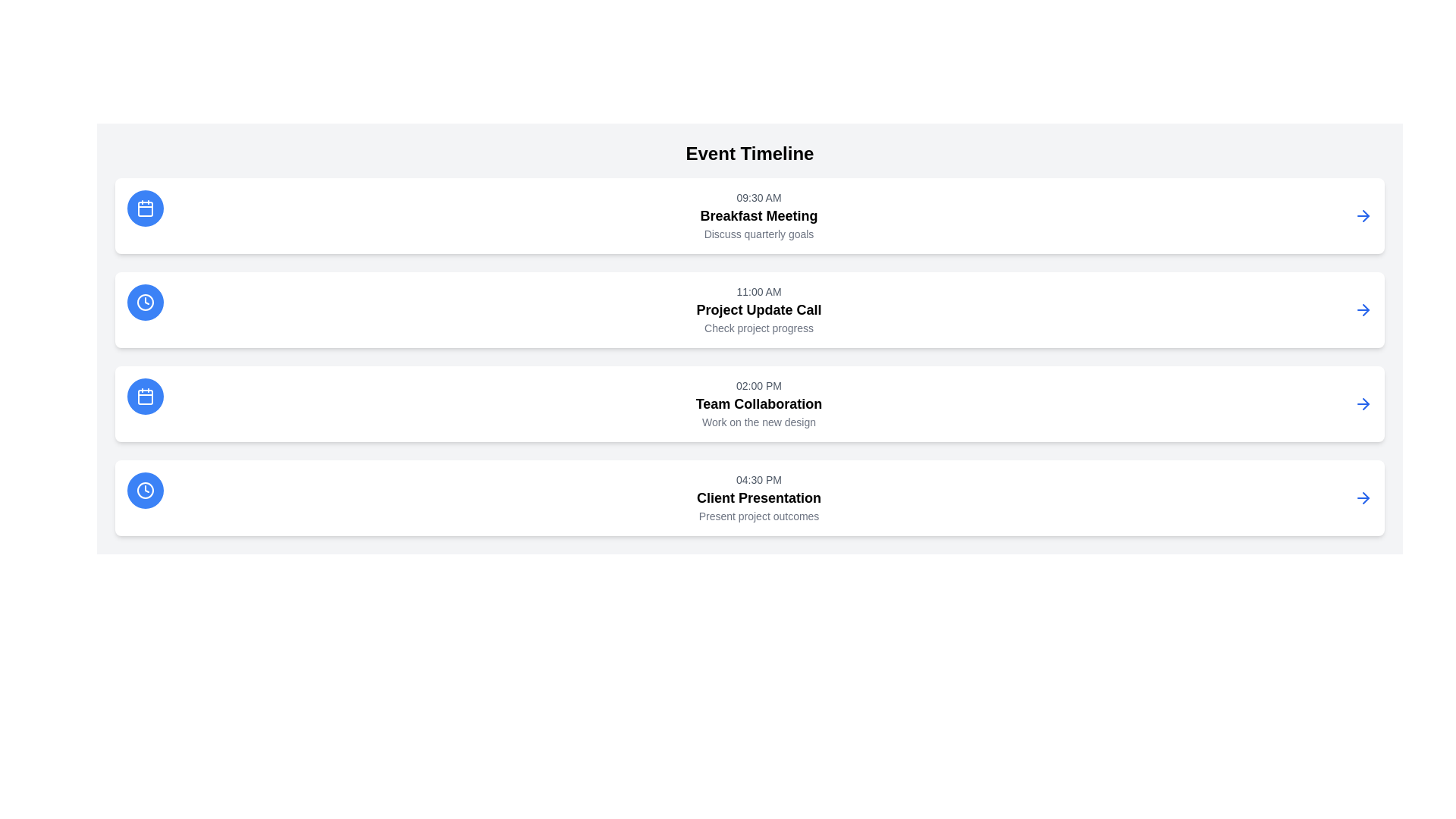 The image size is (1456, 819). What do you see at coordinates (146, 491) in the screenshot?
I see `the circular blue icon button with a white clock symbol located at the leftmost edge of the 'Client Presentation' event description card` at bounding box center [146, 491].